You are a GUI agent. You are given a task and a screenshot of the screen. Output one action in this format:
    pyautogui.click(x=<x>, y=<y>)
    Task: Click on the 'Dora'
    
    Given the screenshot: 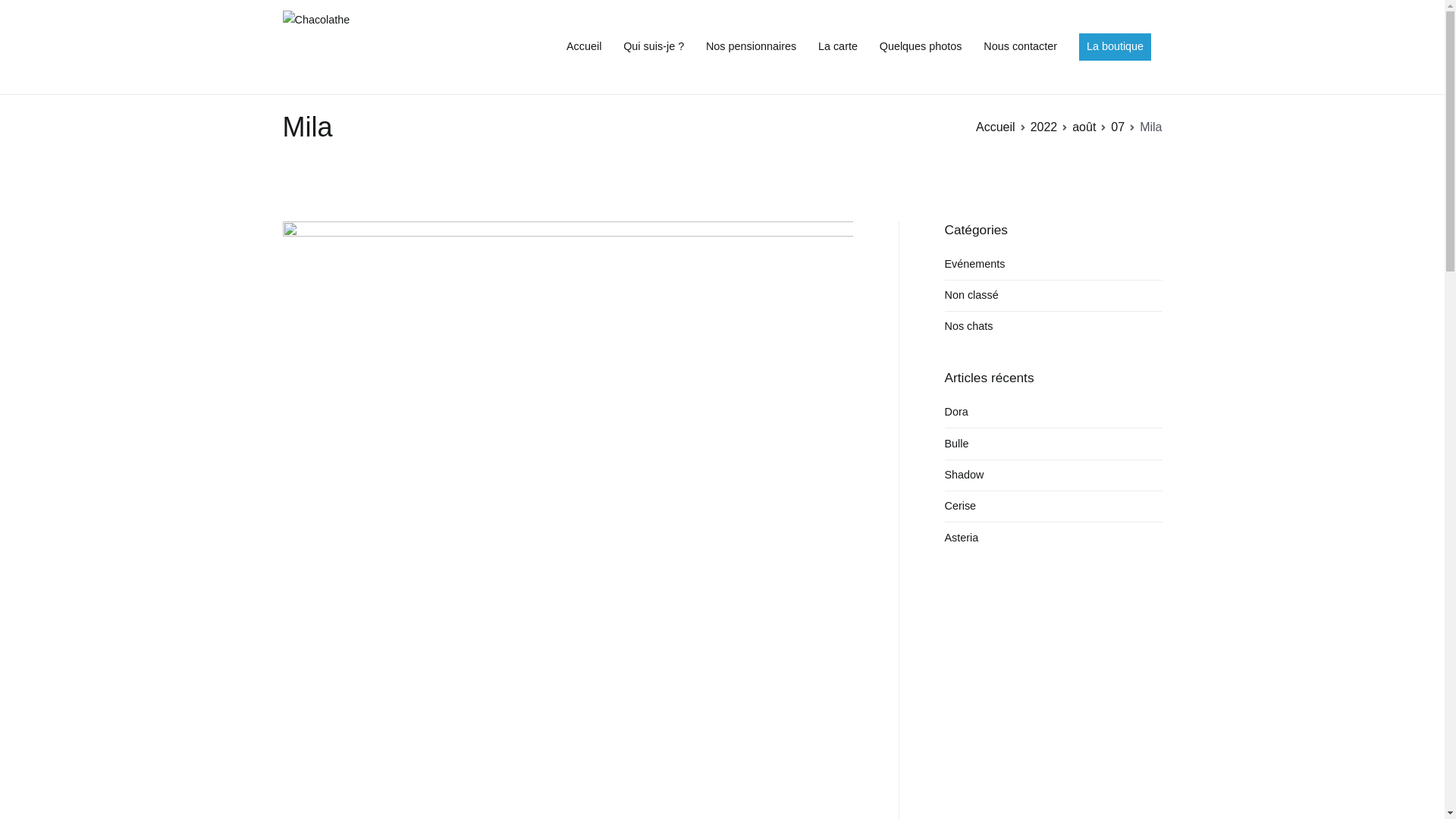 What is the action you would take?
    pyautogui.click(x=955, y=412)
    